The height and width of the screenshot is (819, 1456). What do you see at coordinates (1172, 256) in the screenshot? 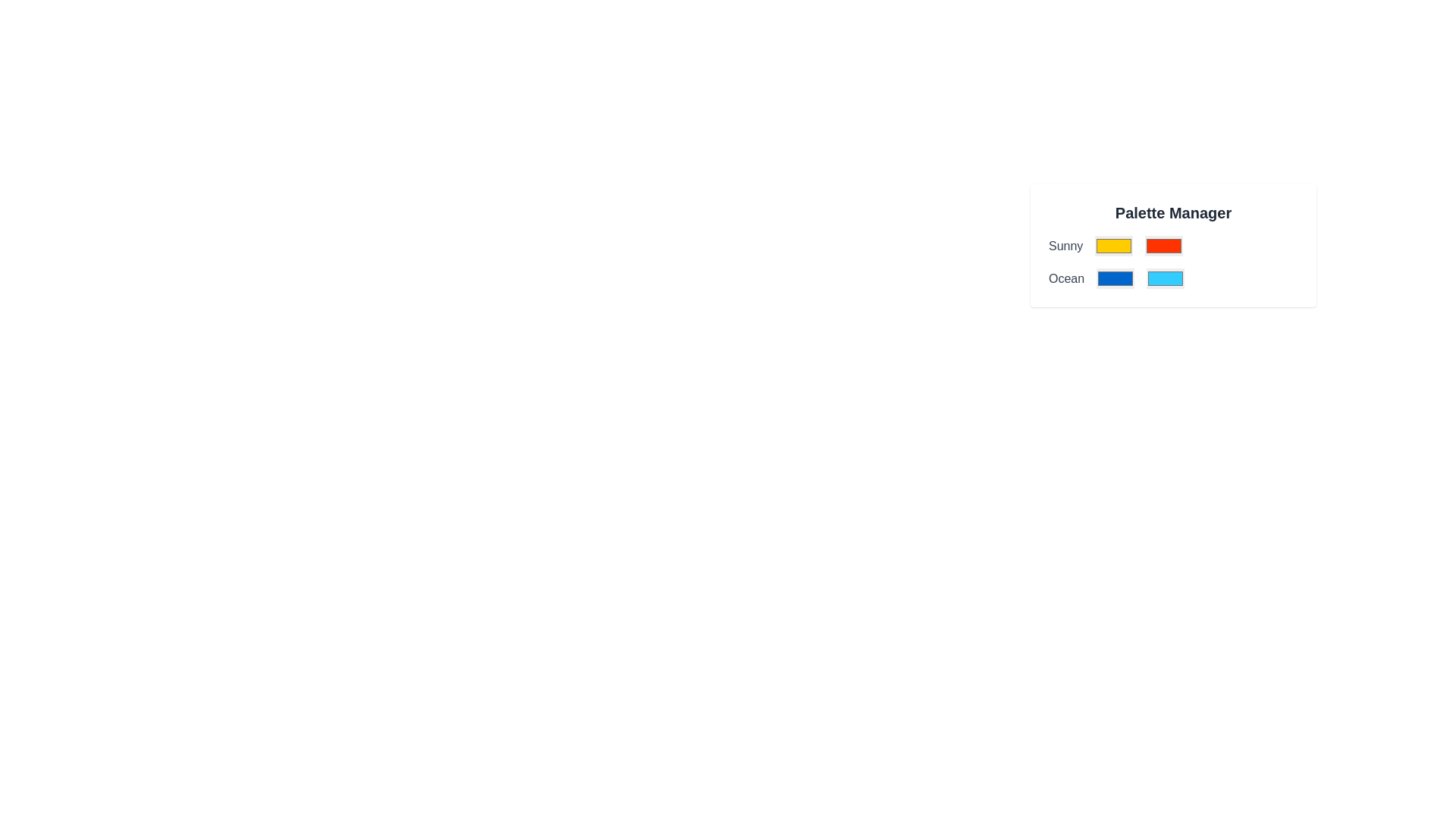
I see `the selectable red color box labeled 'Sunny', which is the second box from the left in the first row of the palette` at bounding box center [1172, 256].